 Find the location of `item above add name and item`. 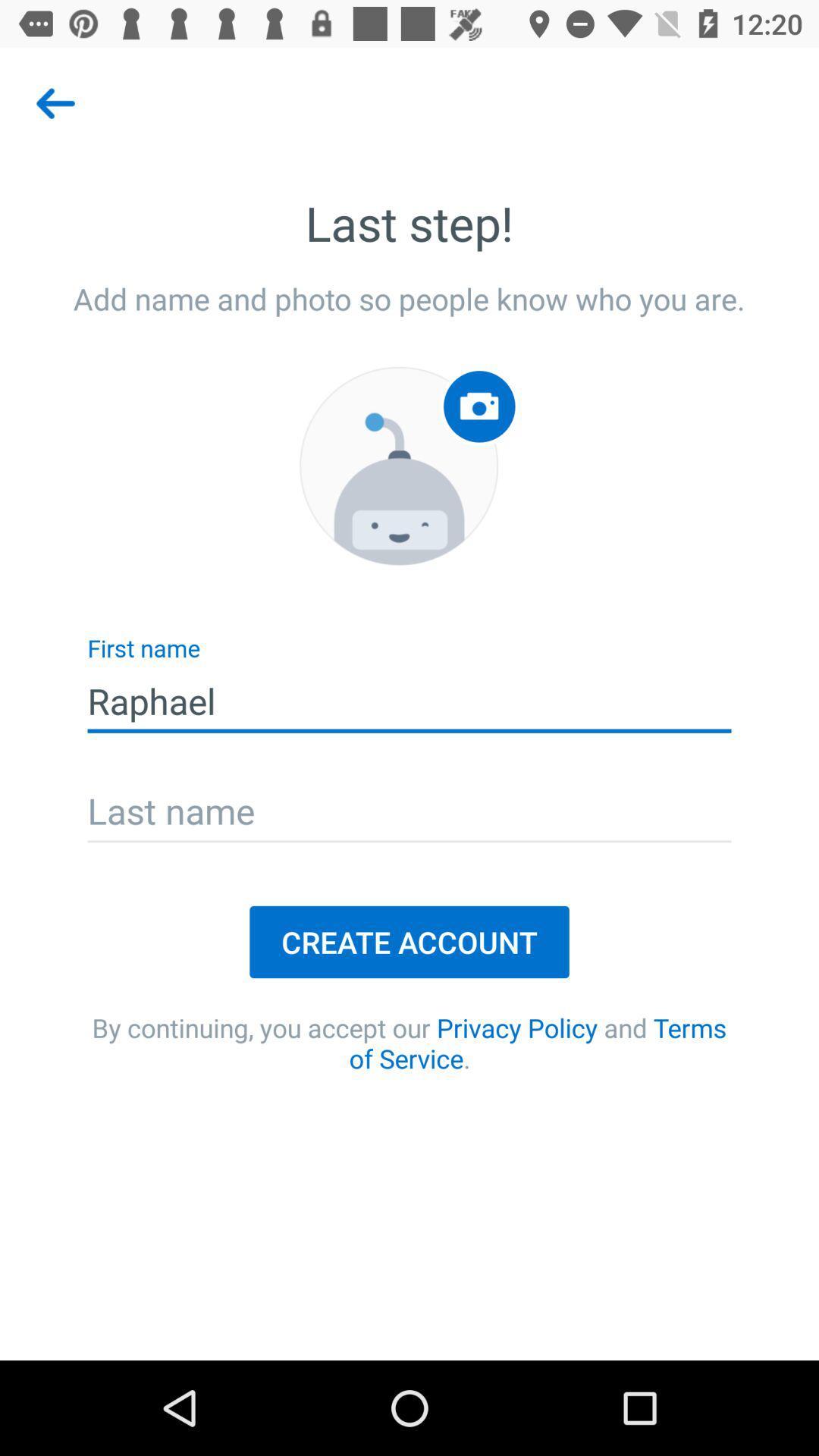

item above add name and item is located at coordinates (55, 102).